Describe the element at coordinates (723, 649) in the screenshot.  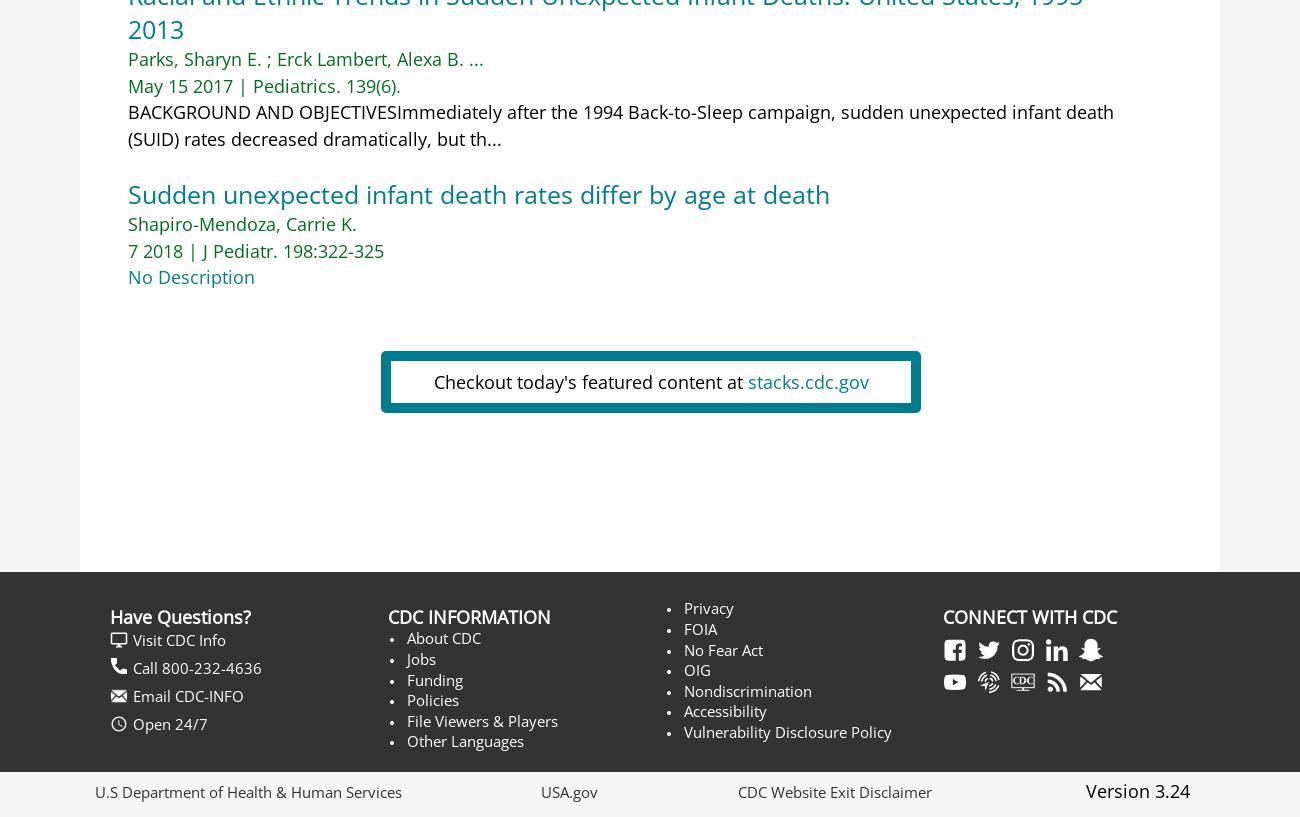
I see `'No Fear Act'` at that location.